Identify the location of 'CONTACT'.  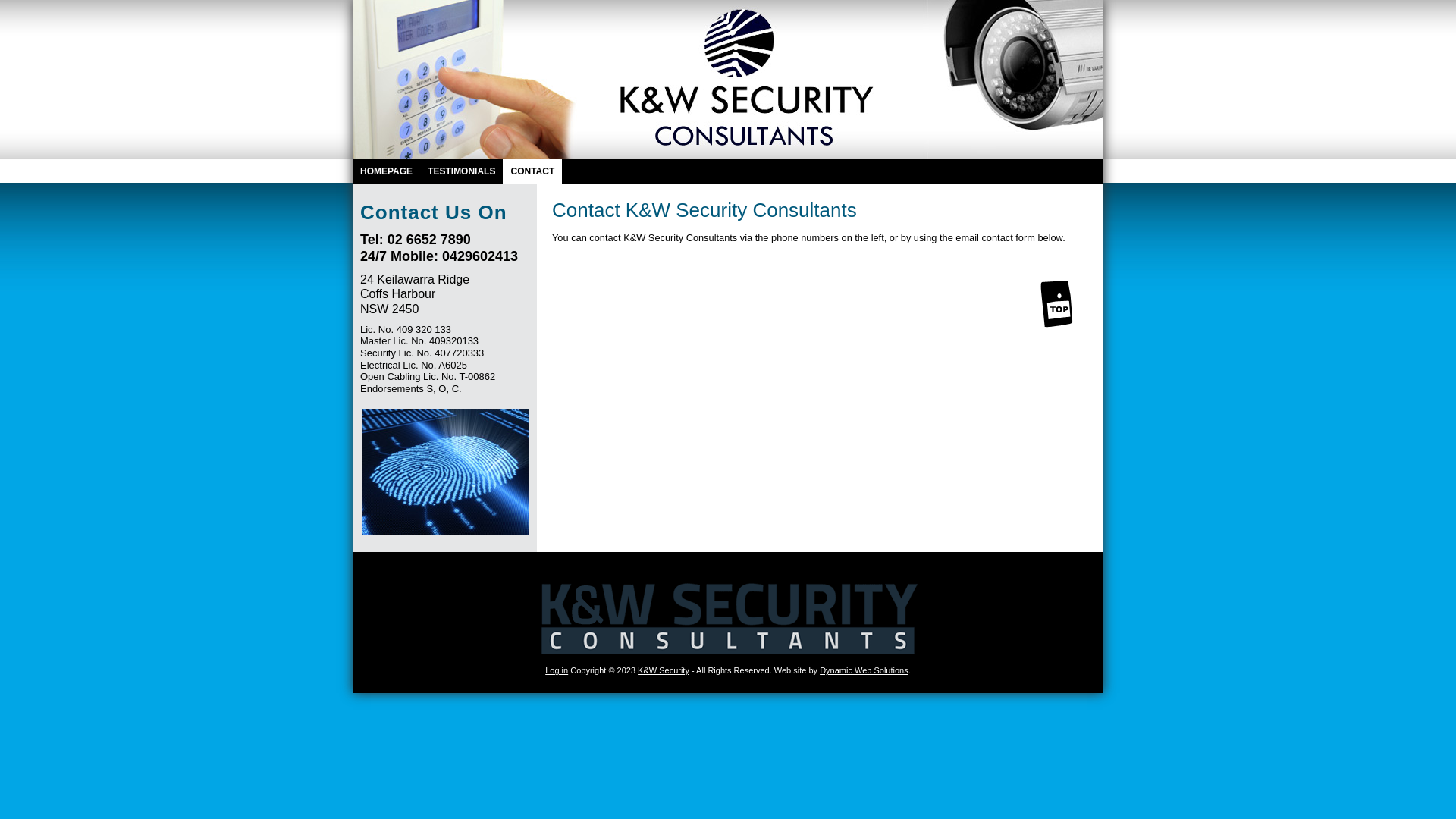
(532, 171).